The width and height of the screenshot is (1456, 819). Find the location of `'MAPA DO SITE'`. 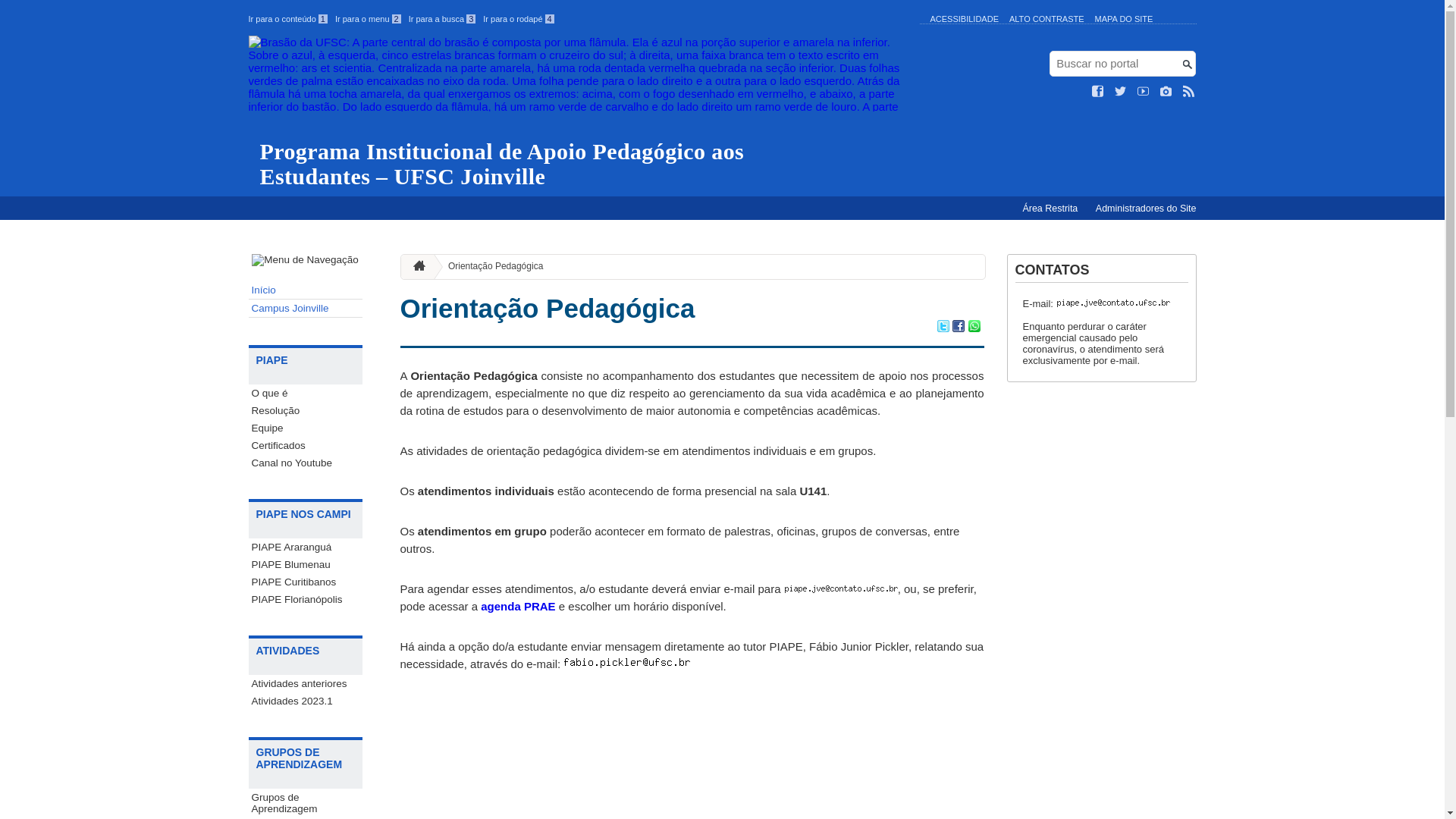

'MAPA DO SITE' is located at coordinates (1124, 18).